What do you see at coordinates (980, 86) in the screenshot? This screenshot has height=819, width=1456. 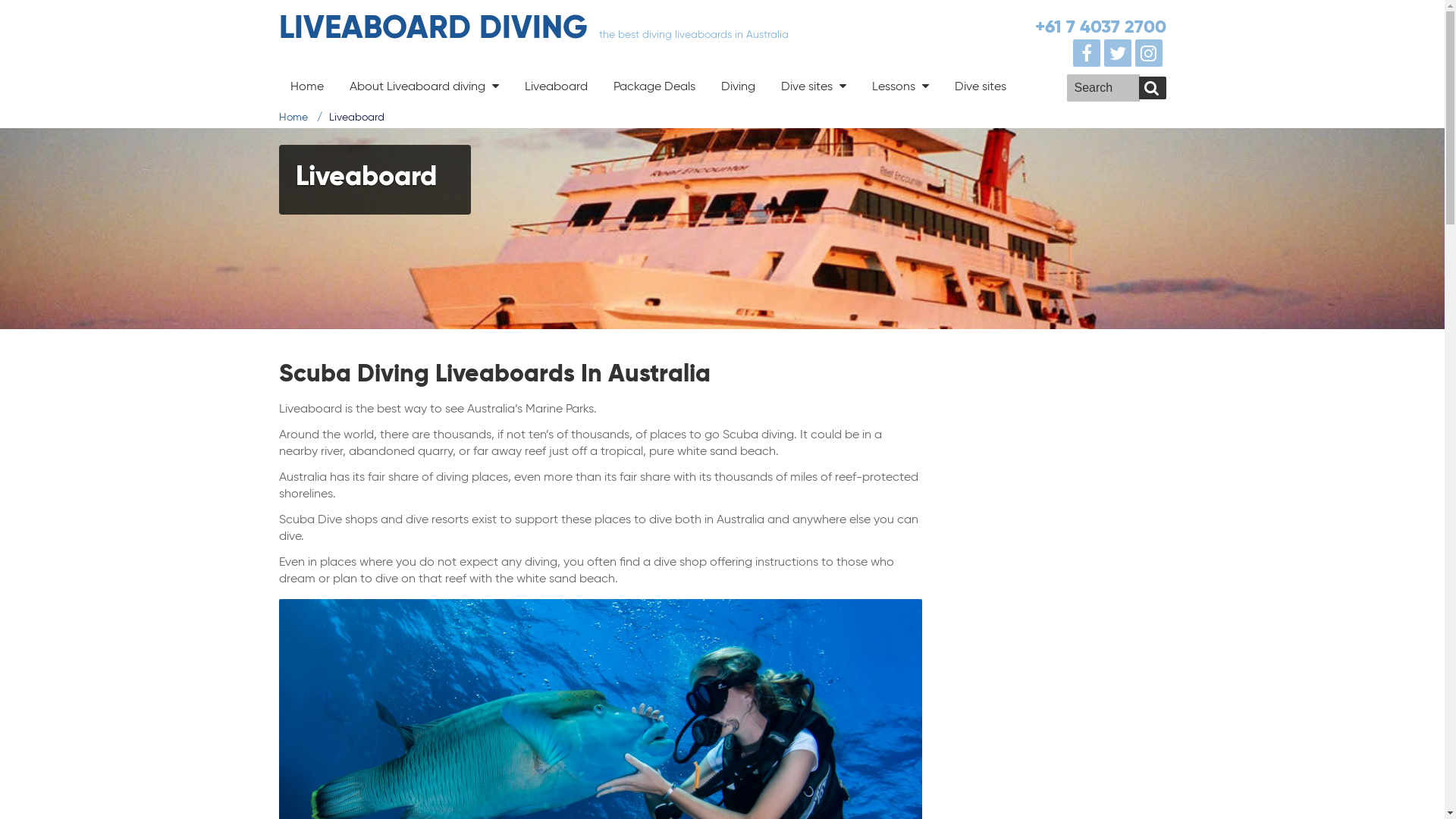 I see `'Dive sites'` at bounding box center [980, 86].